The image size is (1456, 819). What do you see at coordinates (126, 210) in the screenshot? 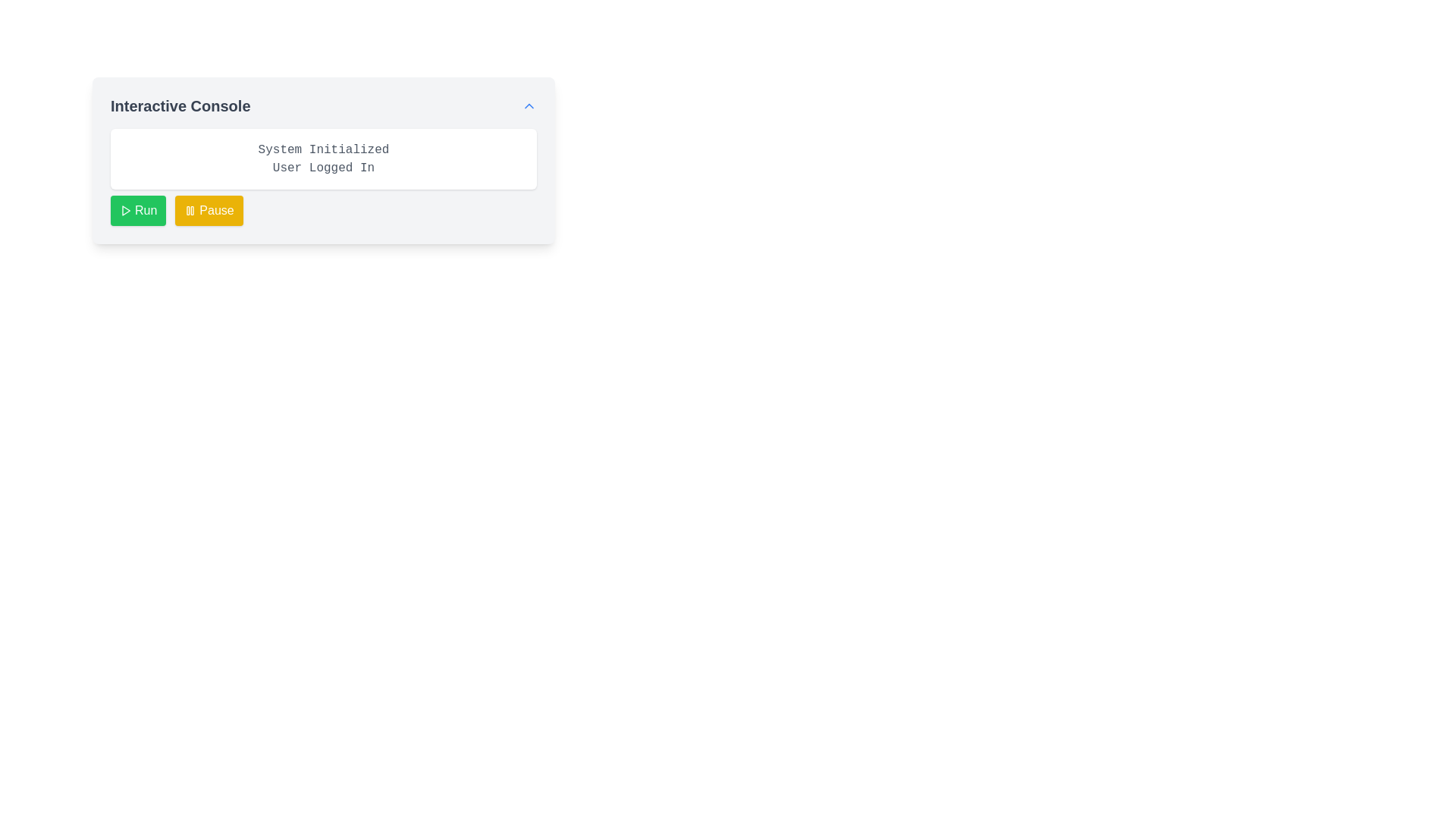
I see `the triangular play symbol inside the green 'Run' button located on the lower-left side of the Interactive Console interface` at bounding box center [126, 210].